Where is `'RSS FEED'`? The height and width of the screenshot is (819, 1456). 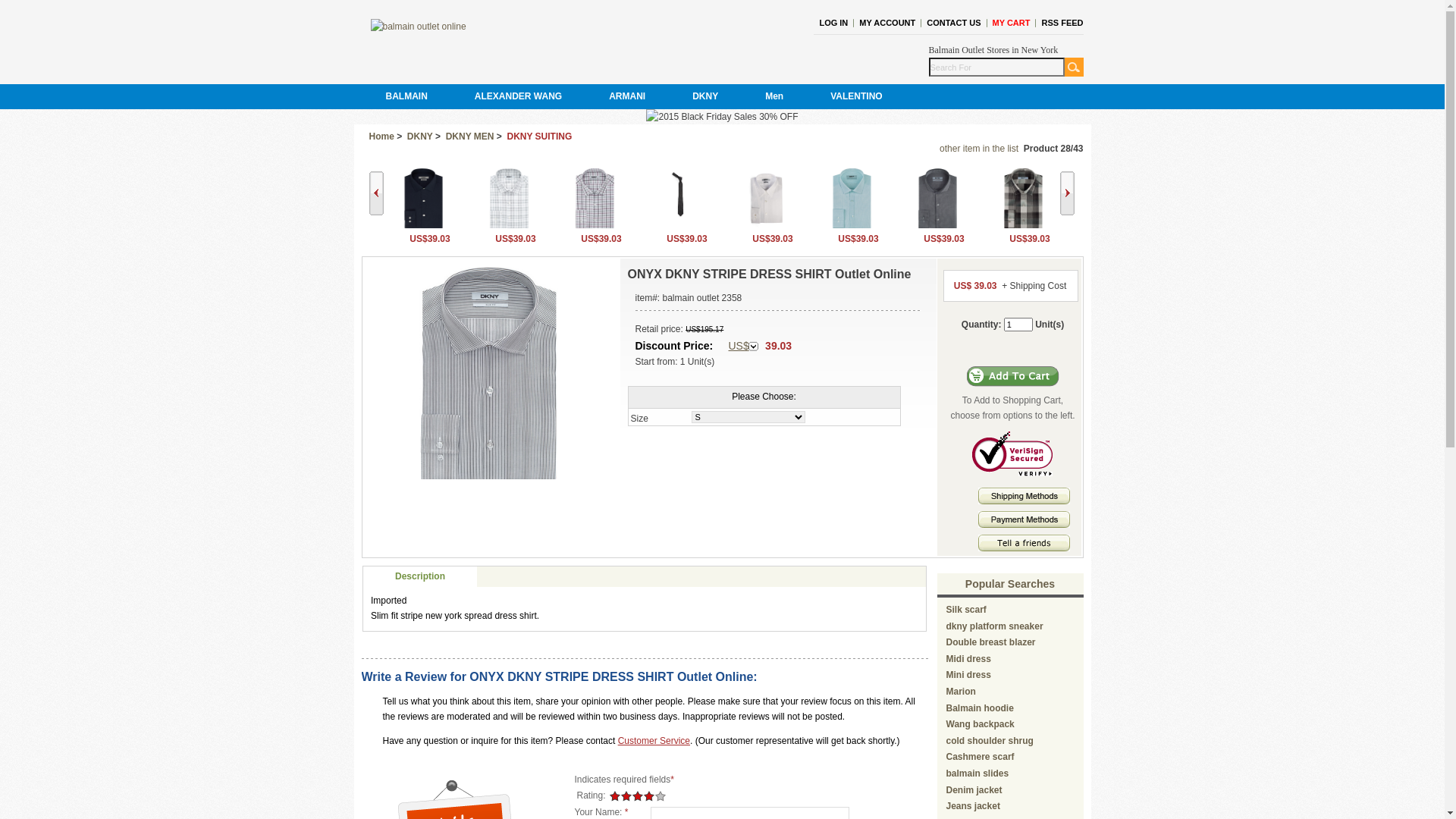
'RSS FEED' is located at coordinates (1061, 23).